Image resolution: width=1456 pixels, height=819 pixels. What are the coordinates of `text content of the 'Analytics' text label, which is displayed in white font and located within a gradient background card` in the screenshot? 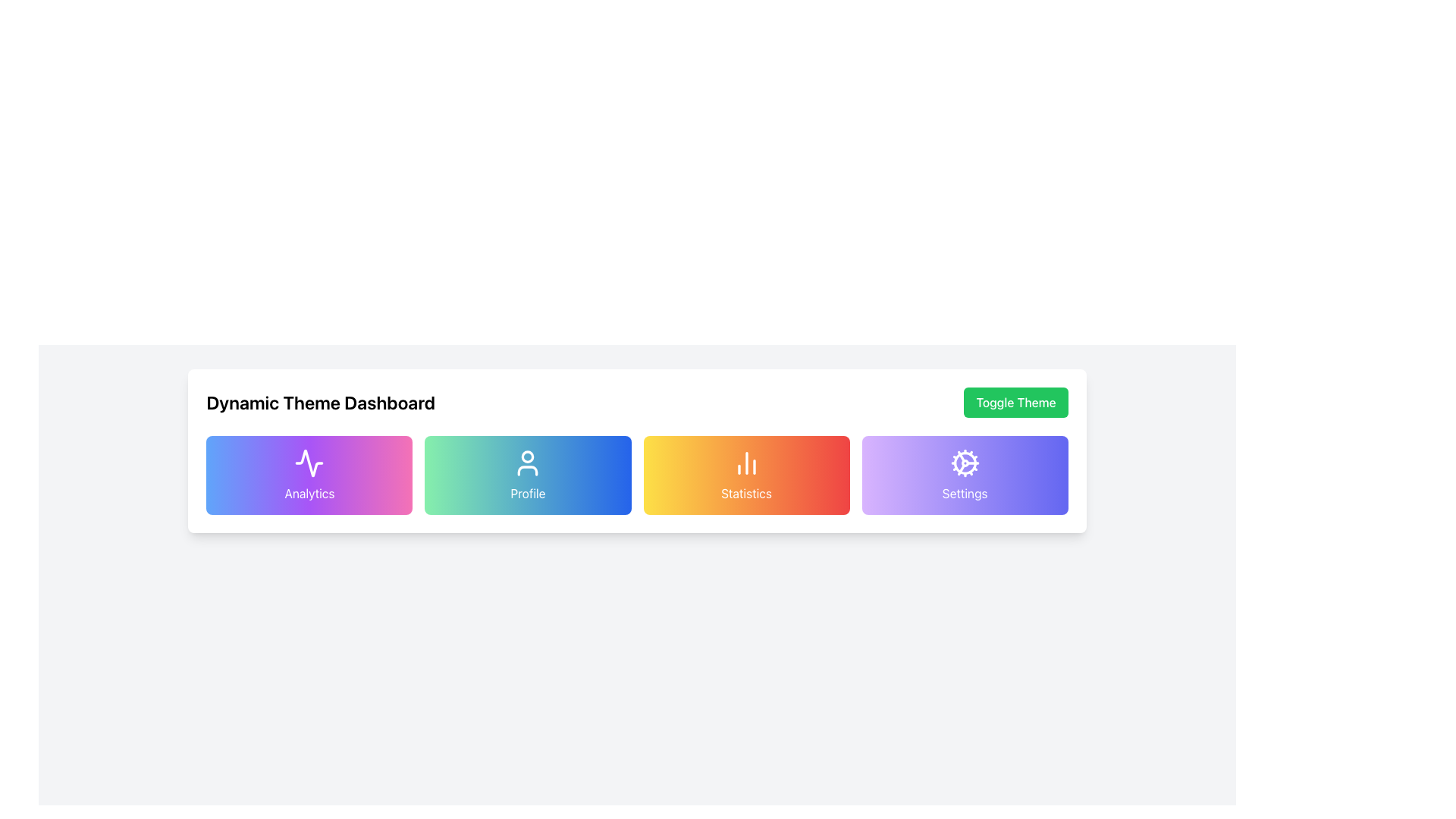 It's located at (309, 494).